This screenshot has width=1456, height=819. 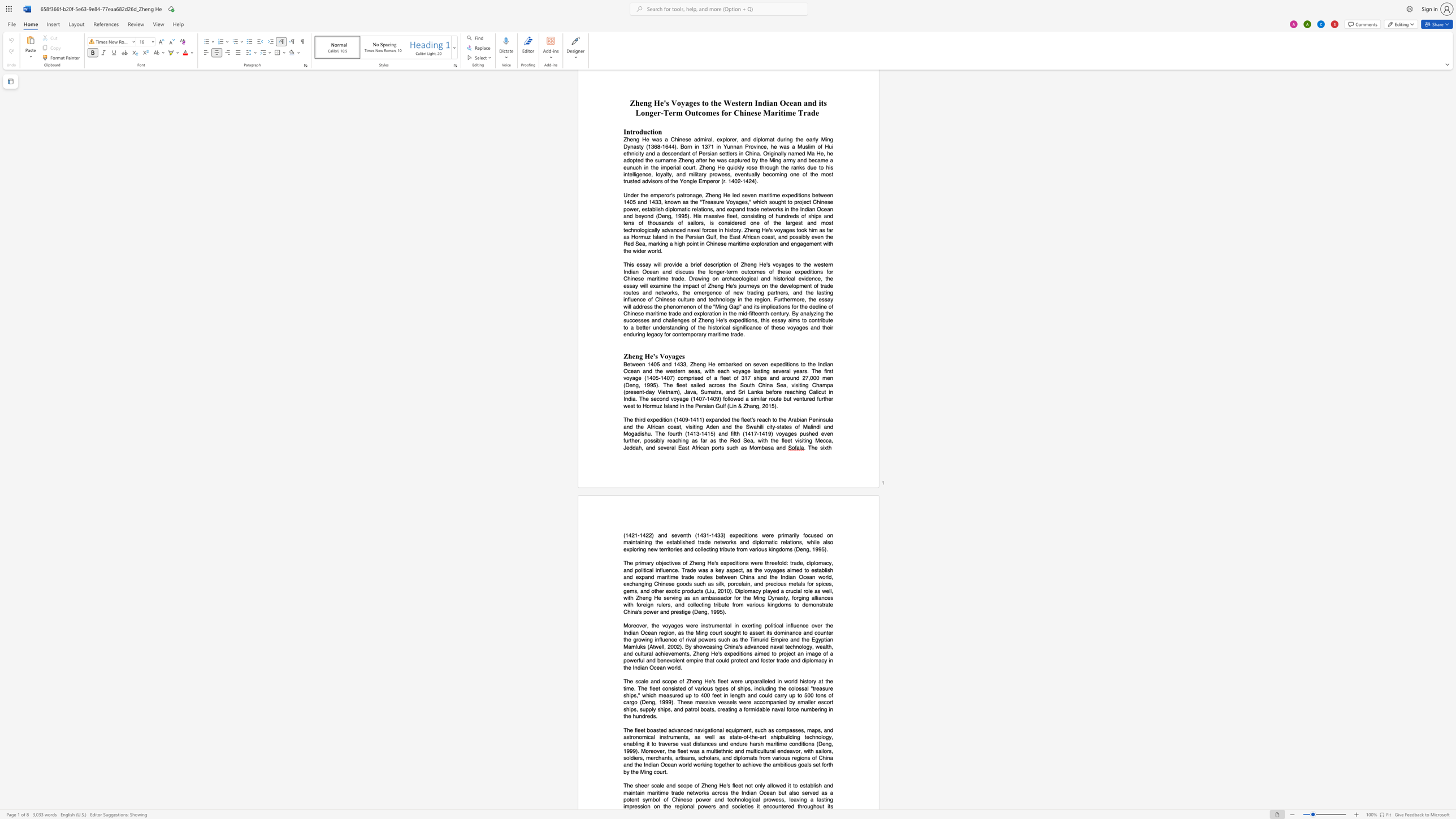 I want to click on the subset text "ti" within the text "on the regional powers and societies it", so click(x=745, y=806).